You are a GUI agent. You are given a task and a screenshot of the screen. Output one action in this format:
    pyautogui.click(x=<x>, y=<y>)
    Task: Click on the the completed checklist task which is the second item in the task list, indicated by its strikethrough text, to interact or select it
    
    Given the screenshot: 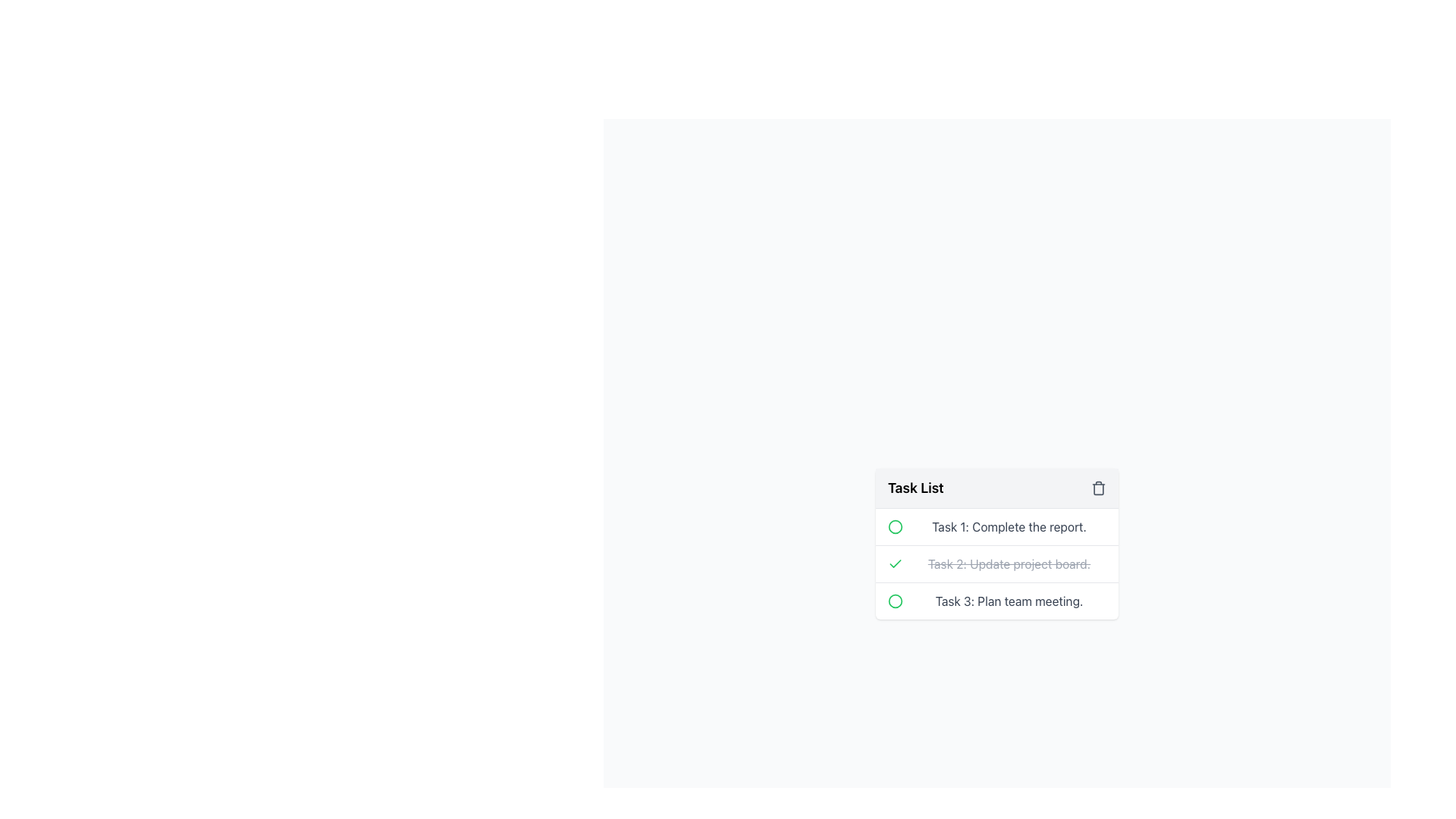 What is the action you would take?
    pyautogui.click(x=997, y=564)
    